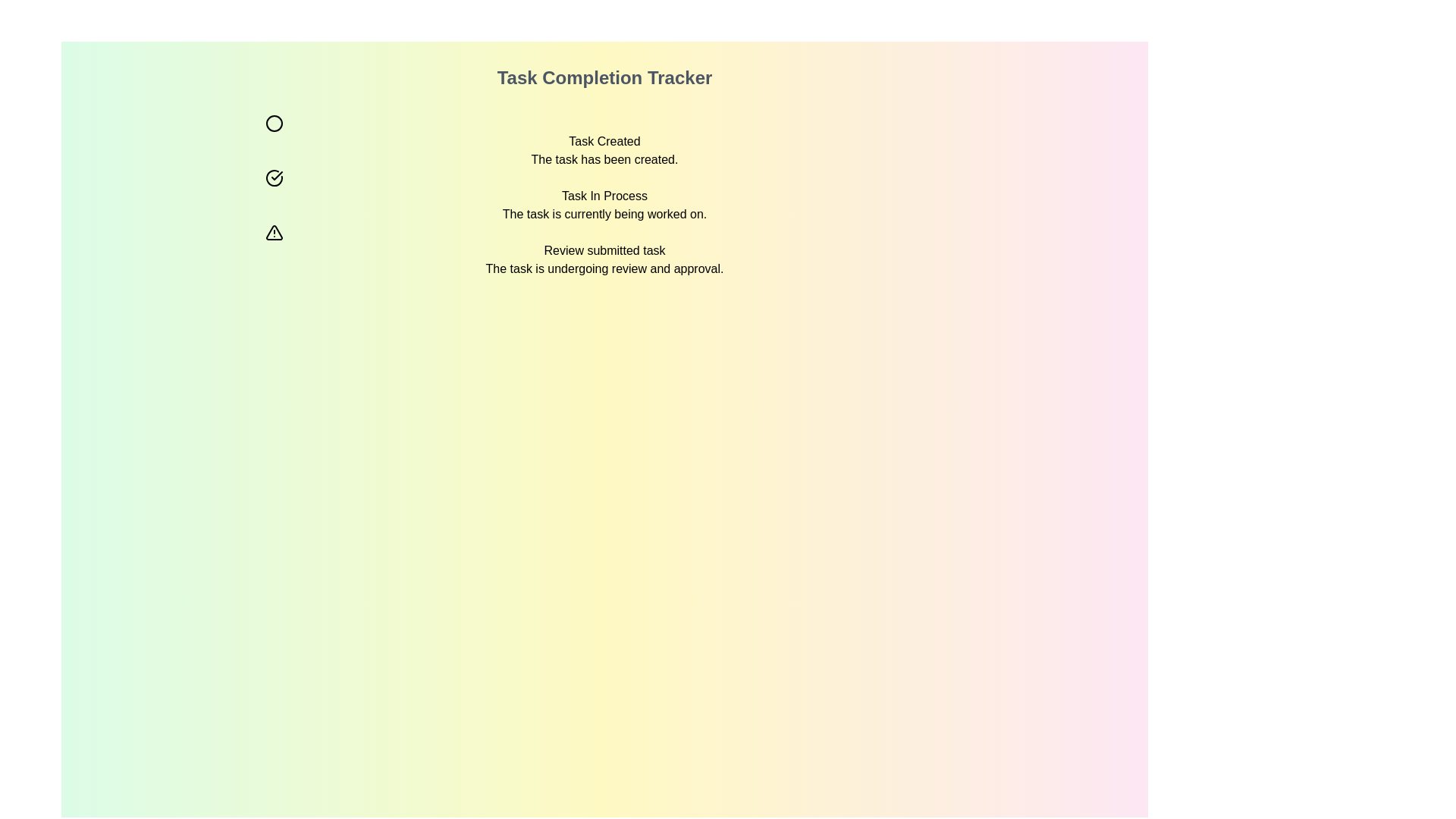 The image size is (1456, 819). What do you see at coordinates (604, 205) in the screenshot?
I see `status information displayed by the text label indicating the progress of the task below the title 'Task Completion Tracker'` at bounding box center [604, 205].